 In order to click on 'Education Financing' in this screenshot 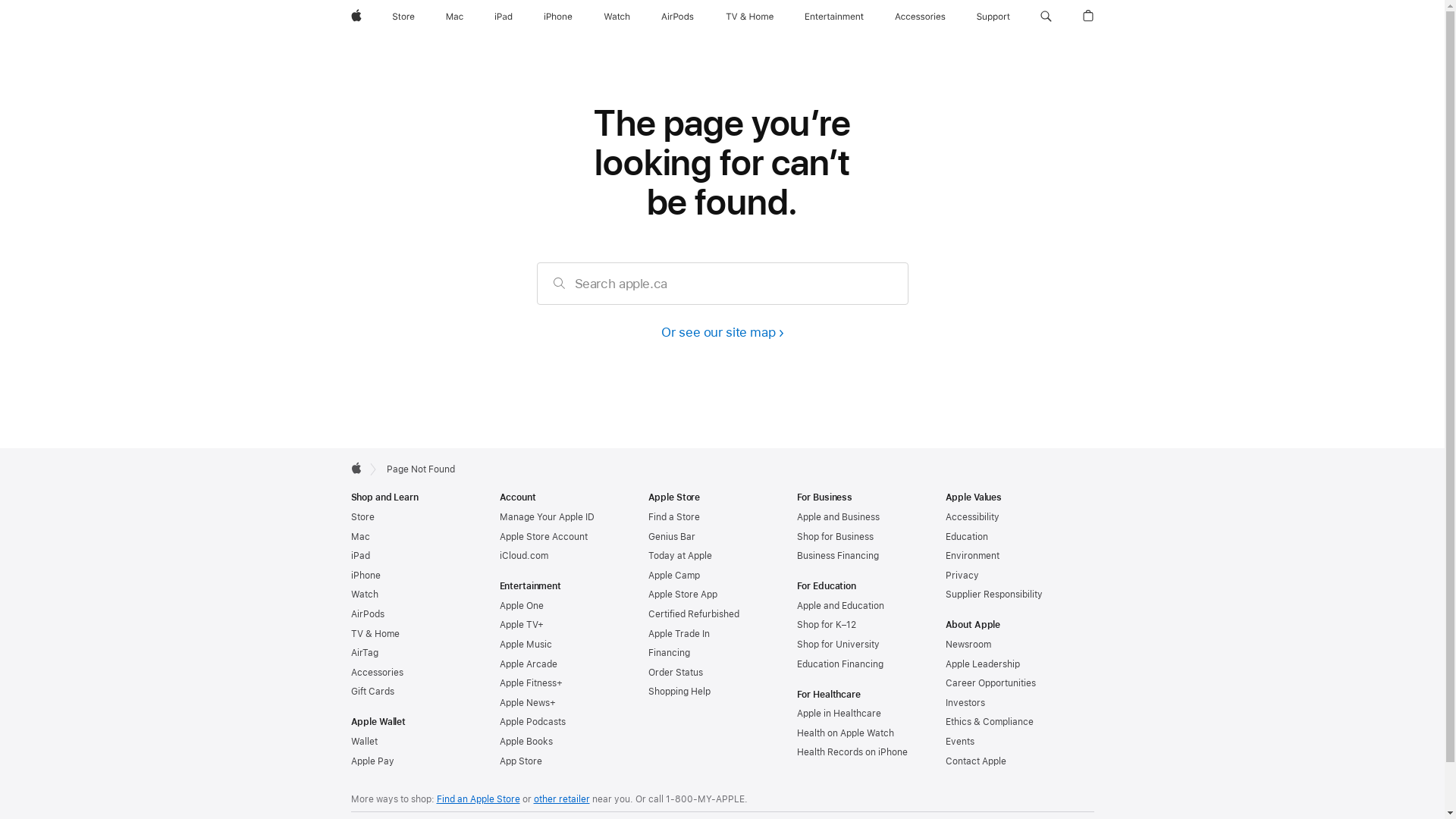, I will do `click(839, 663)`.